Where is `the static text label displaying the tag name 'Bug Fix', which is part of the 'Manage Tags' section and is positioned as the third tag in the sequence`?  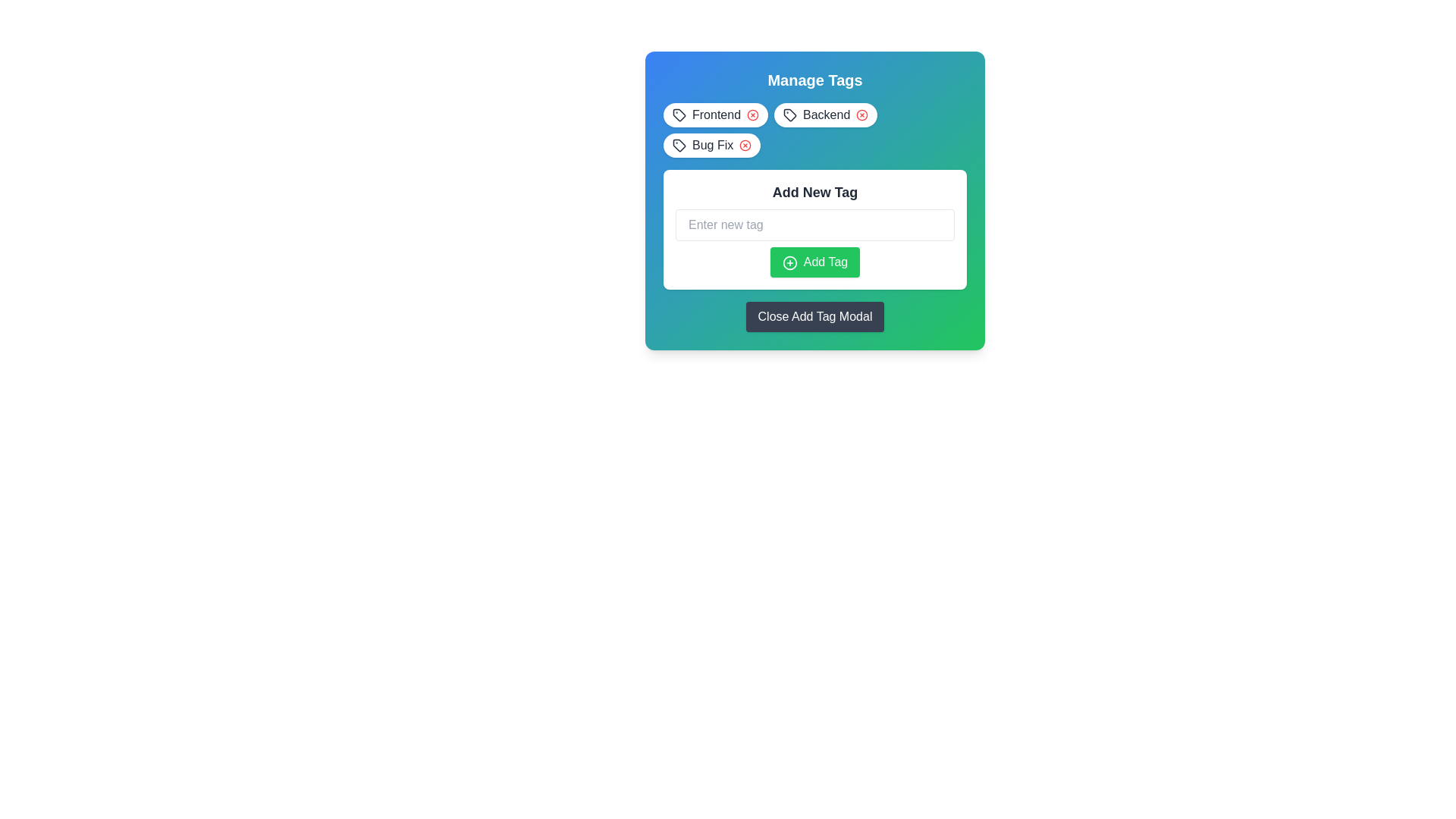 the static text label displaying the tag name 'Bug Fix', which is part of the 'Manage Tags' section and is positioned as the third tag in the sequence is located at coordinates (712, 146).